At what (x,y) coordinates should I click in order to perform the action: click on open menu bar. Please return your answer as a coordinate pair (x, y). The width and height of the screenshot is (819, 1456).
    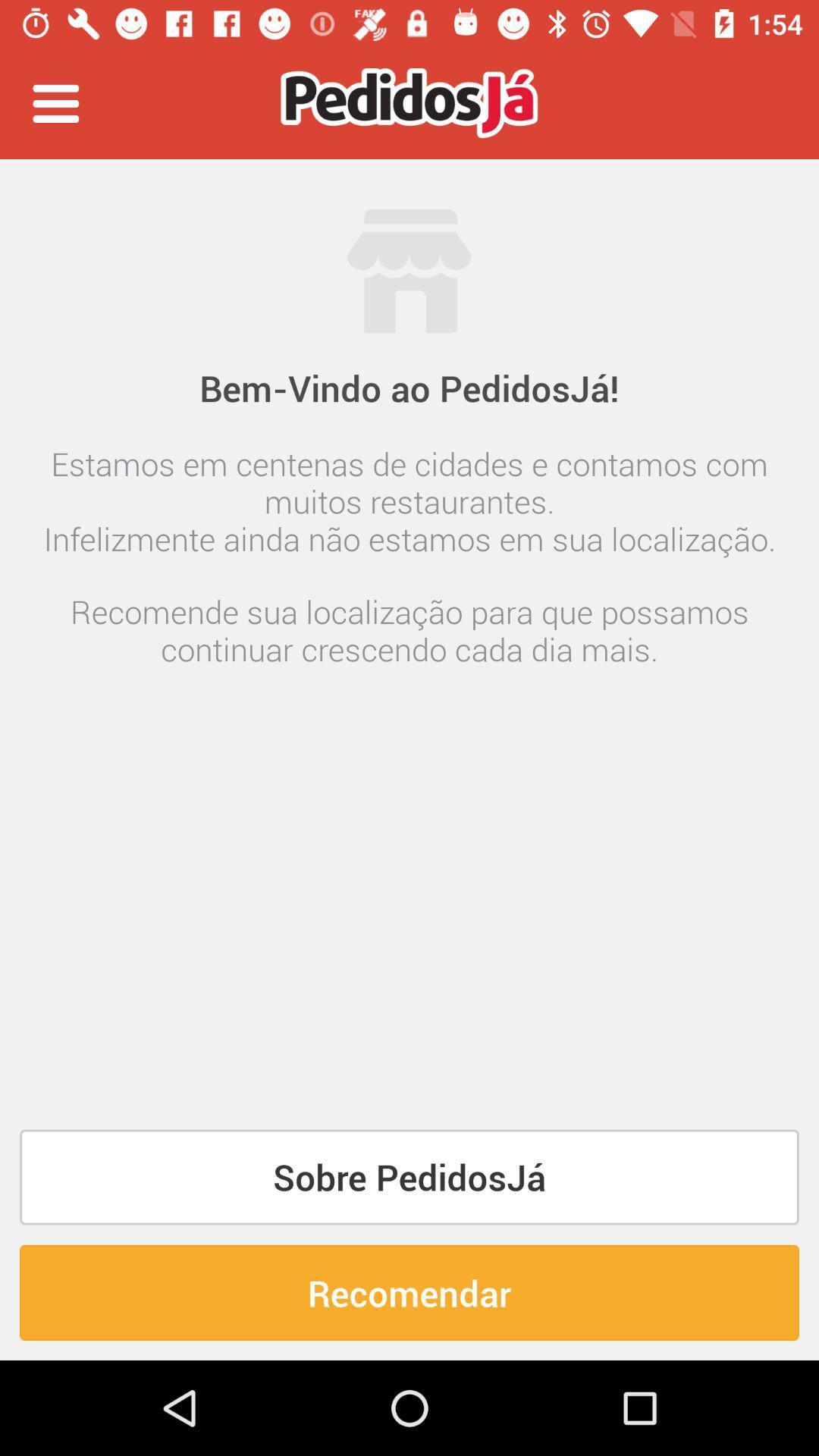
    Looking at the image, I should click on (55, 102).